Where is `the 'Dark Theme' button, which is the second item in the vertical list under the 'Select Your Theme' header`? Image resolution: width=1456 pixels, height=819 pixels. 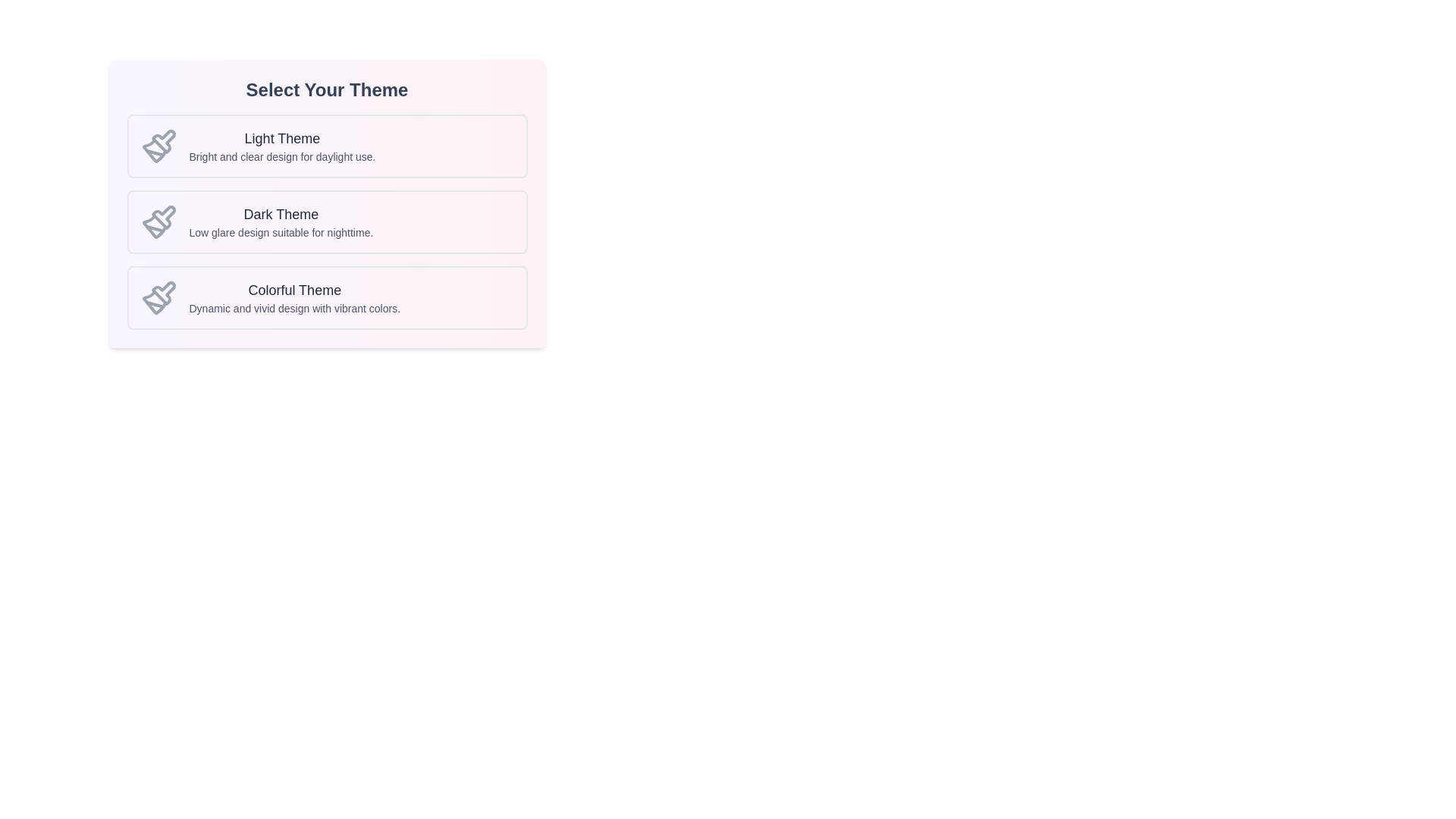 the 'Dark Theme' button, which is the second item in the vertical list under the 'Select Your Theme' header is located at coordinates (326, 222).